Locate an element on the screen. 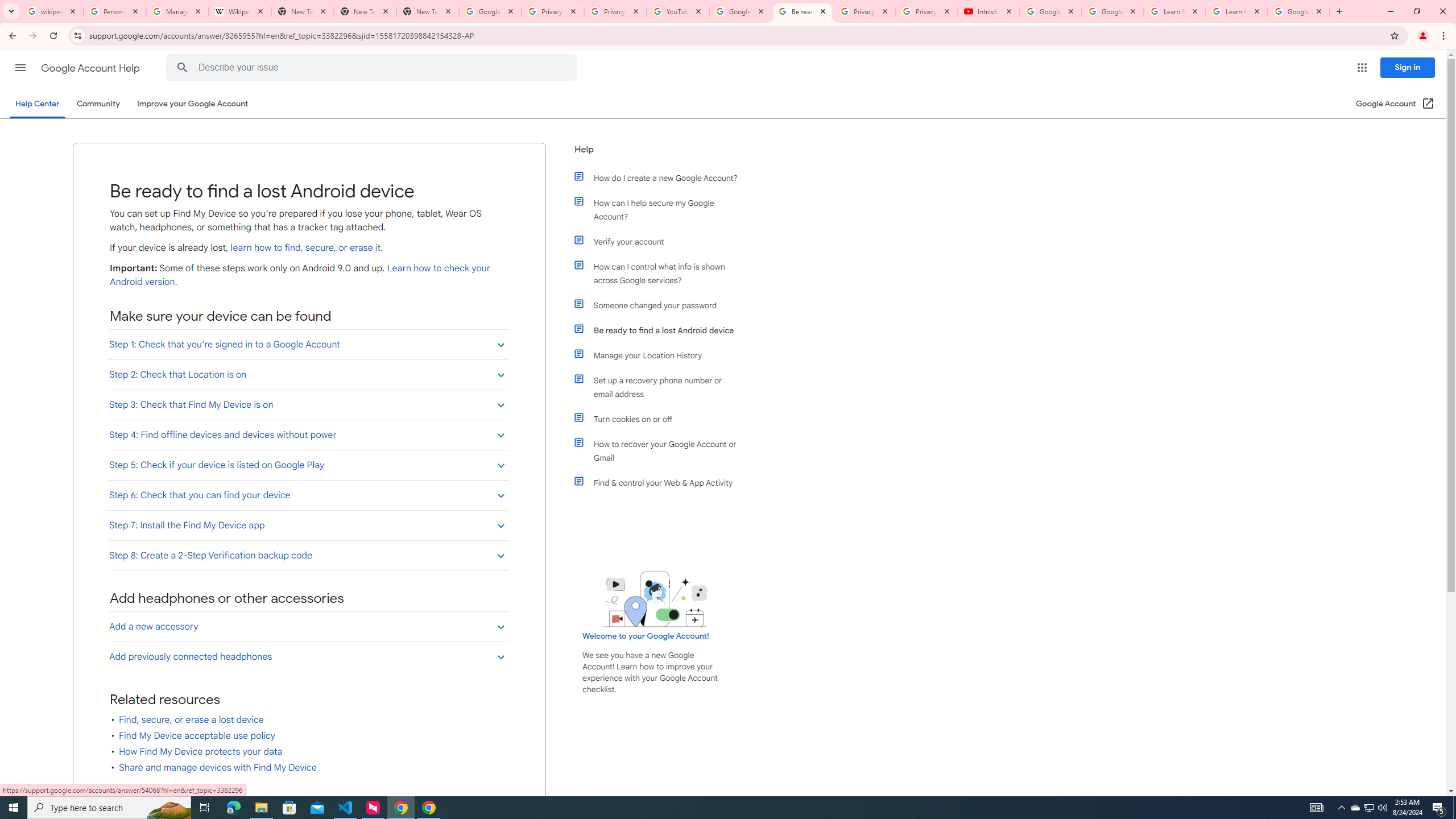 This screenshot has height=819, width=1456. 'Step 3: Check that Find My Device is on' is located at coordinates (308, 404).